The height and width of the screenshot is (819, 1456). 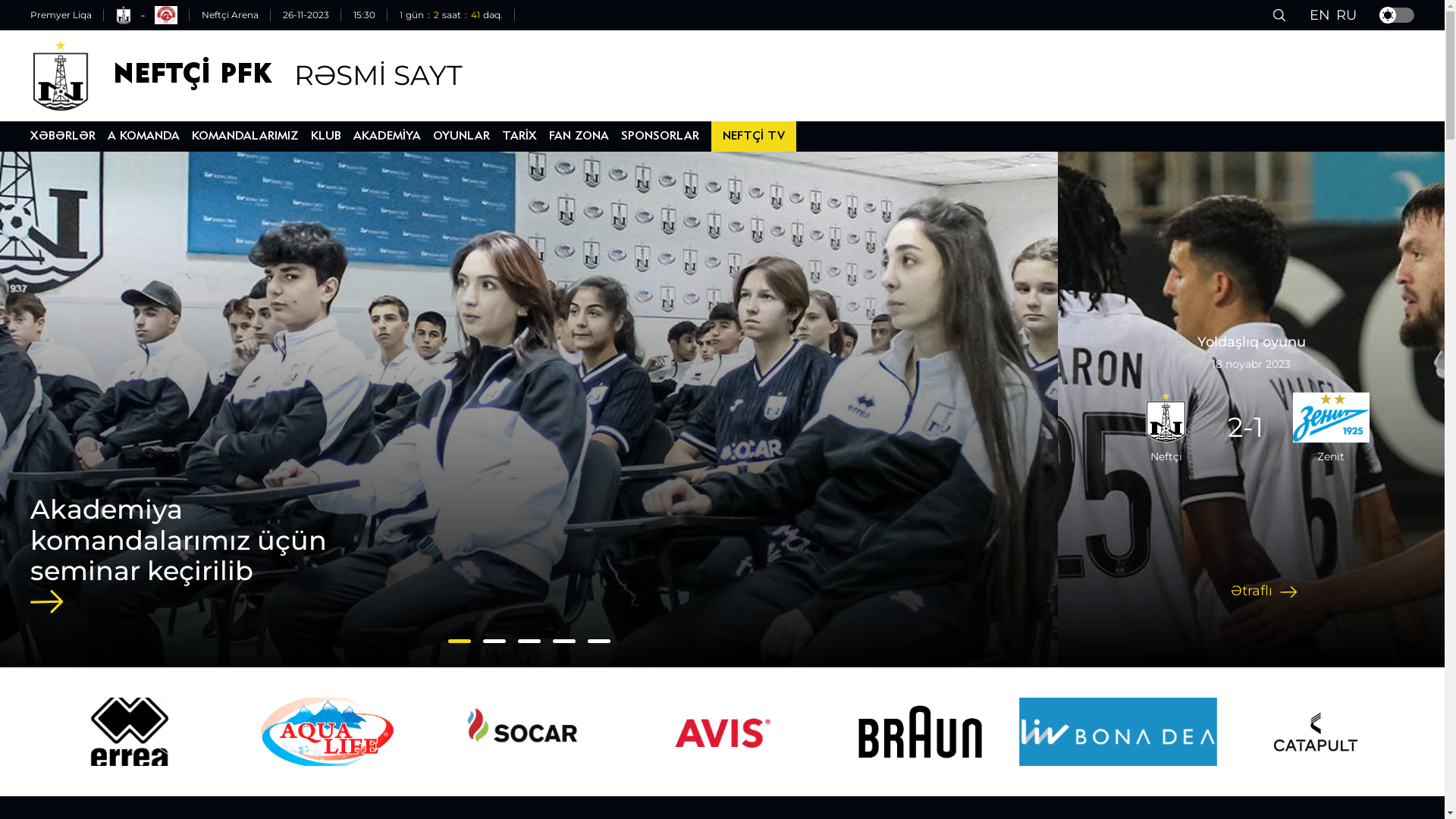 What do you see at coordinates (309, 136) in the screenshot?
I see `'KLUB'` at bounding box center [309, 136].